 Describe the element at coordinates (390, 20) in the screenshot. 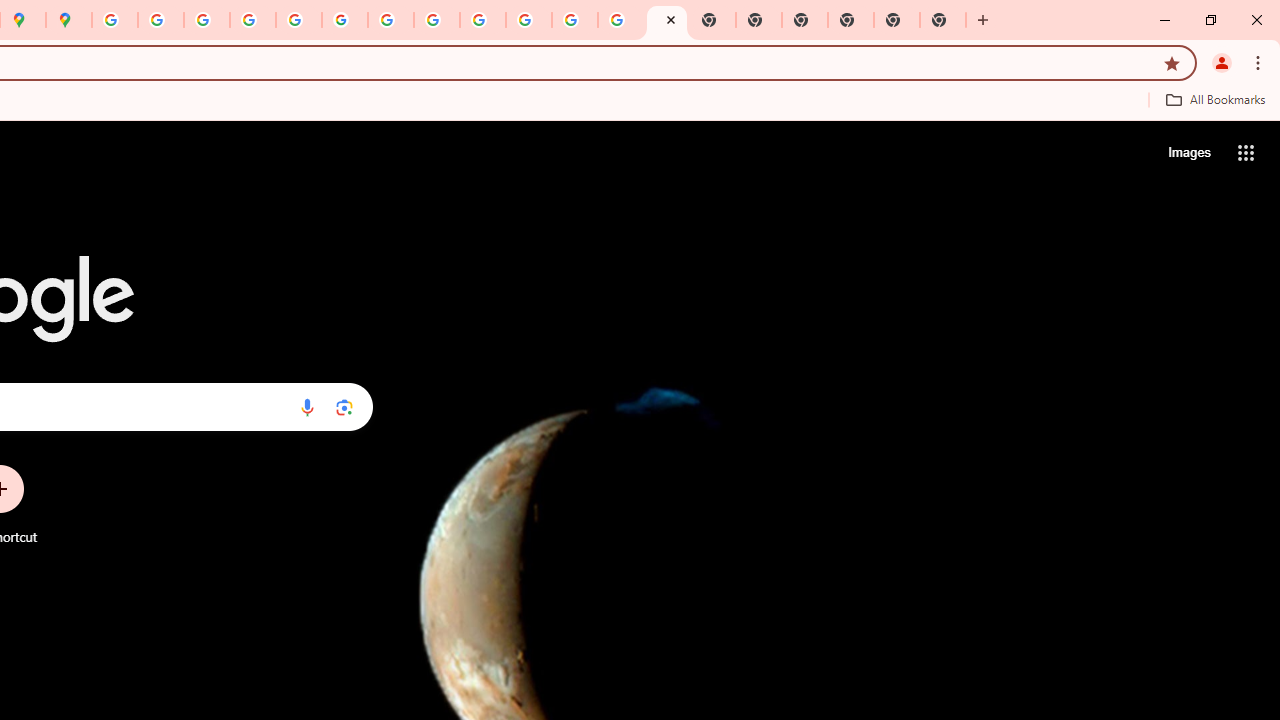

I see `'YouTube'` at that location.